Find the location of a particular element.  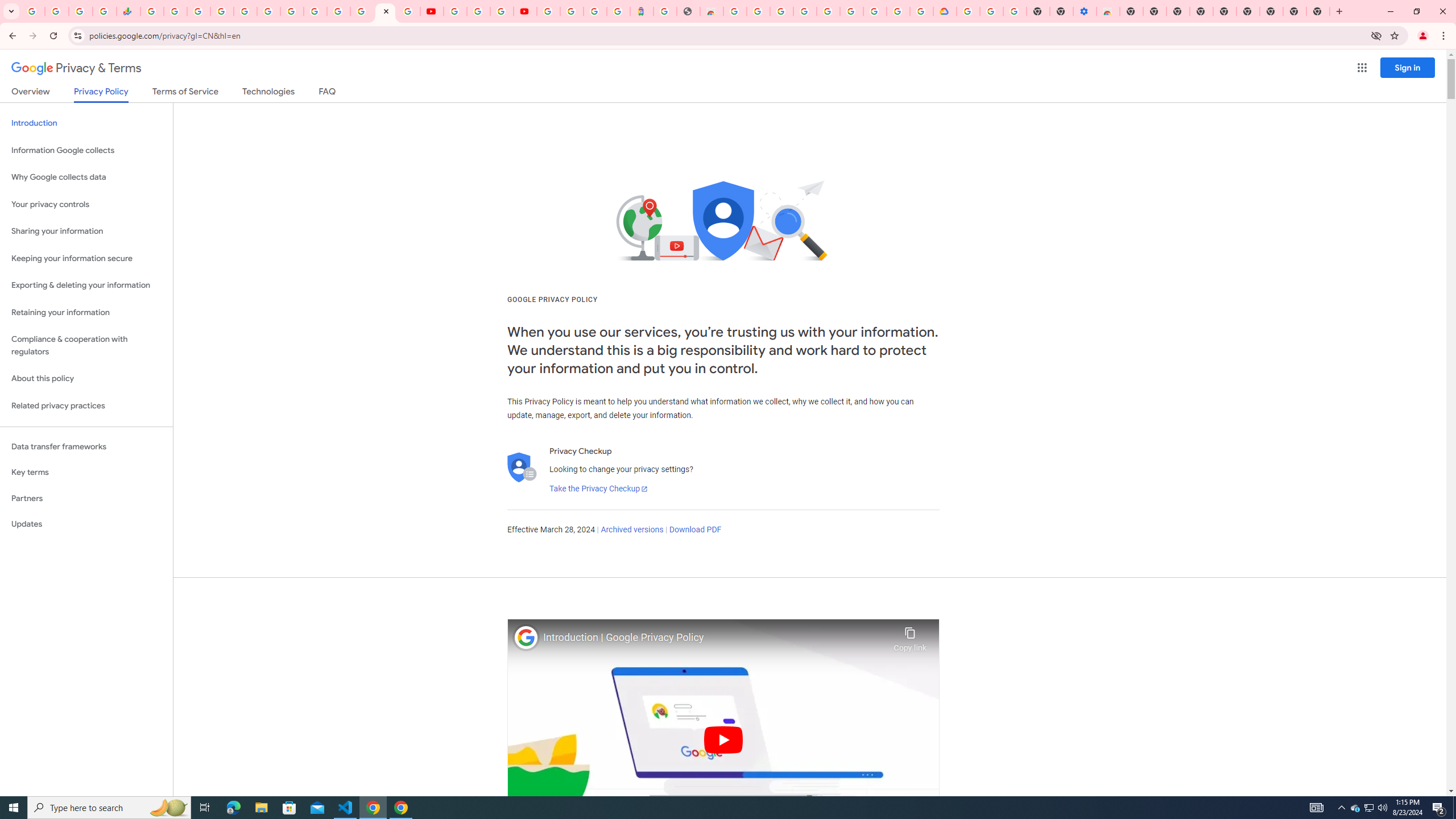

'About this policy' is located at coordinates (86, 379).